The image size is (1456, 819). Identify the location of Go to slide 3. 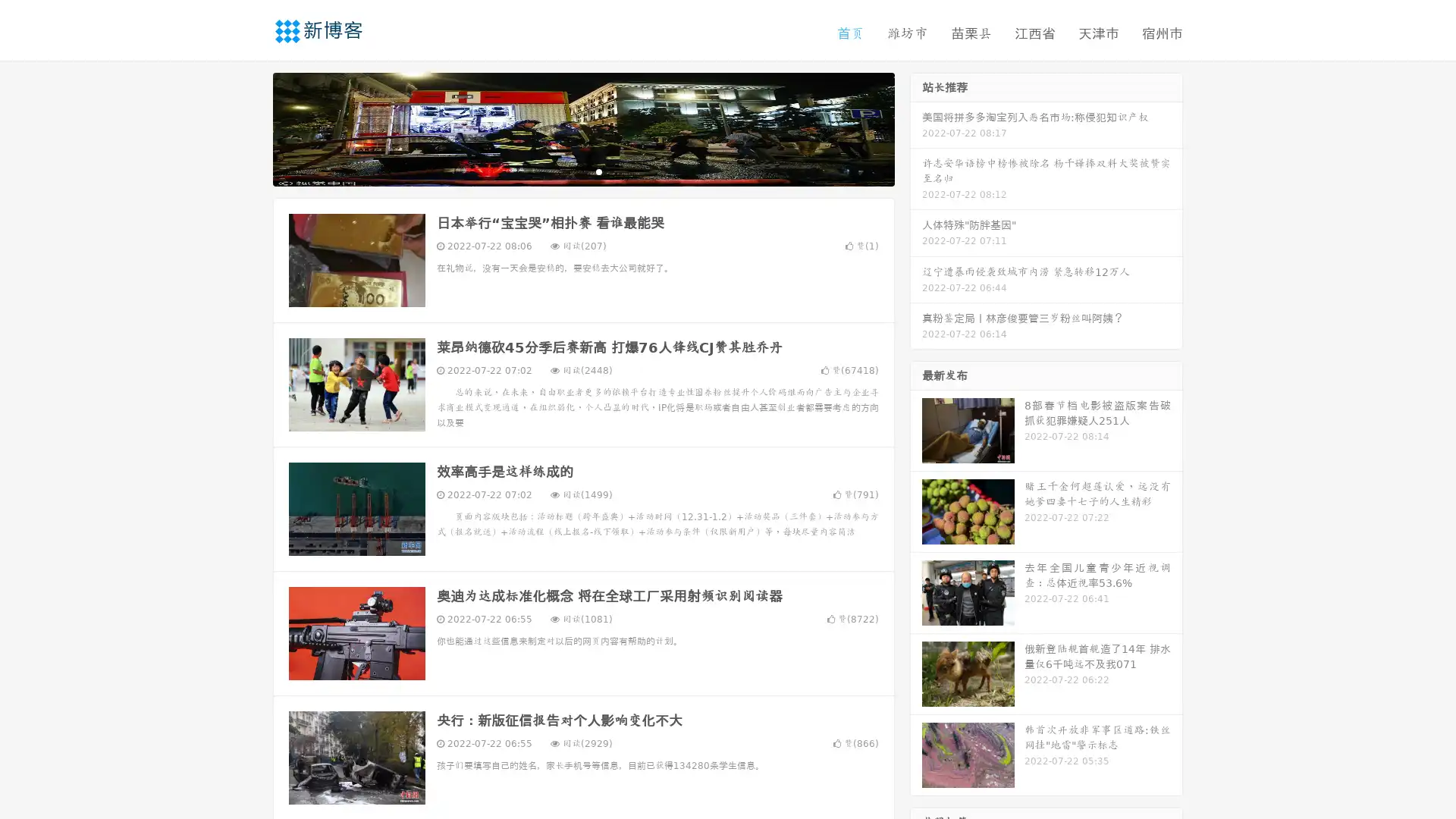
(598, 171).